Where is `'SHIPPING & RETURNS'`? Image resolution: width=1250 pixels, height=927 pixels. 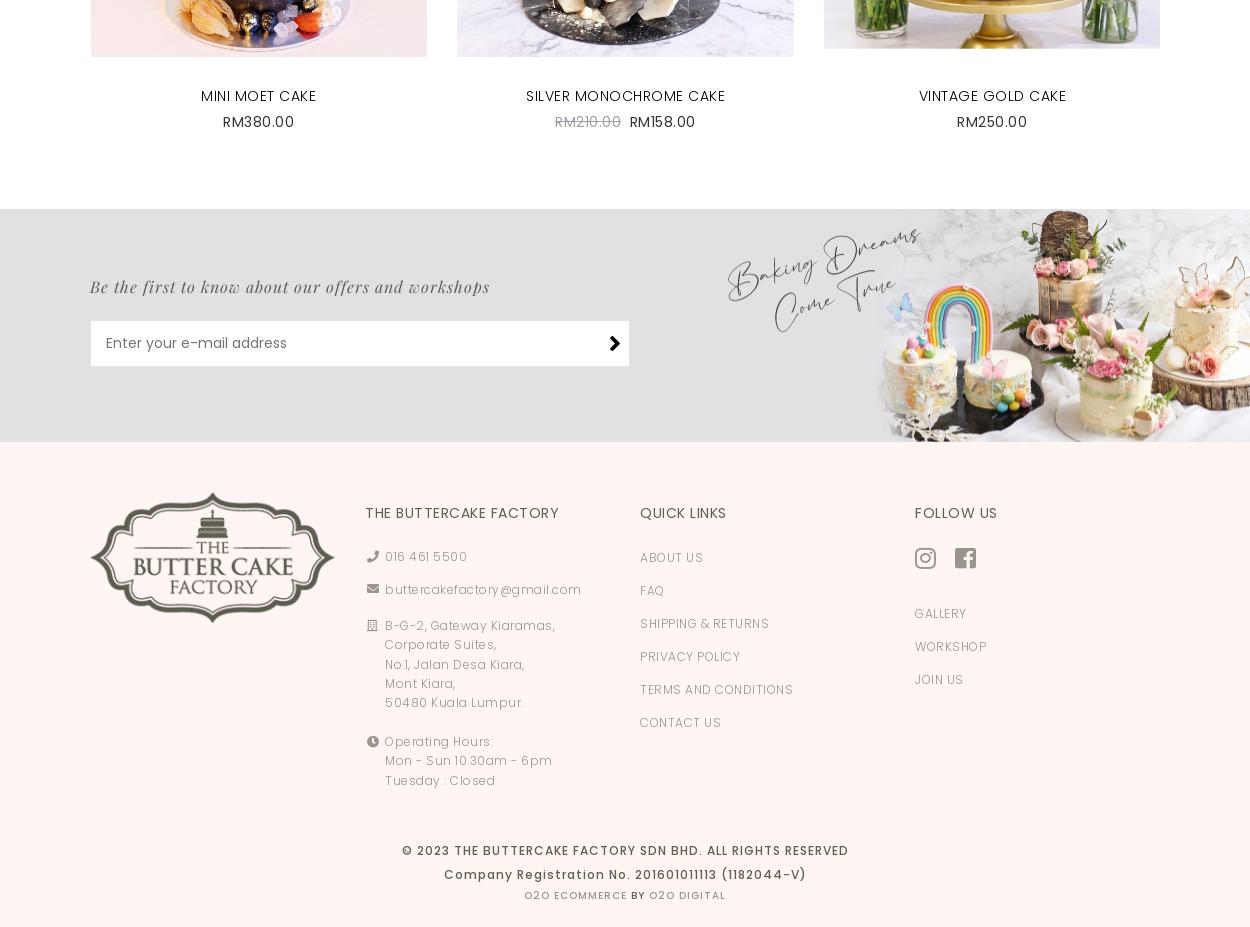
'SHIPPING & RETURNS' is located at coordinates (703, 622).